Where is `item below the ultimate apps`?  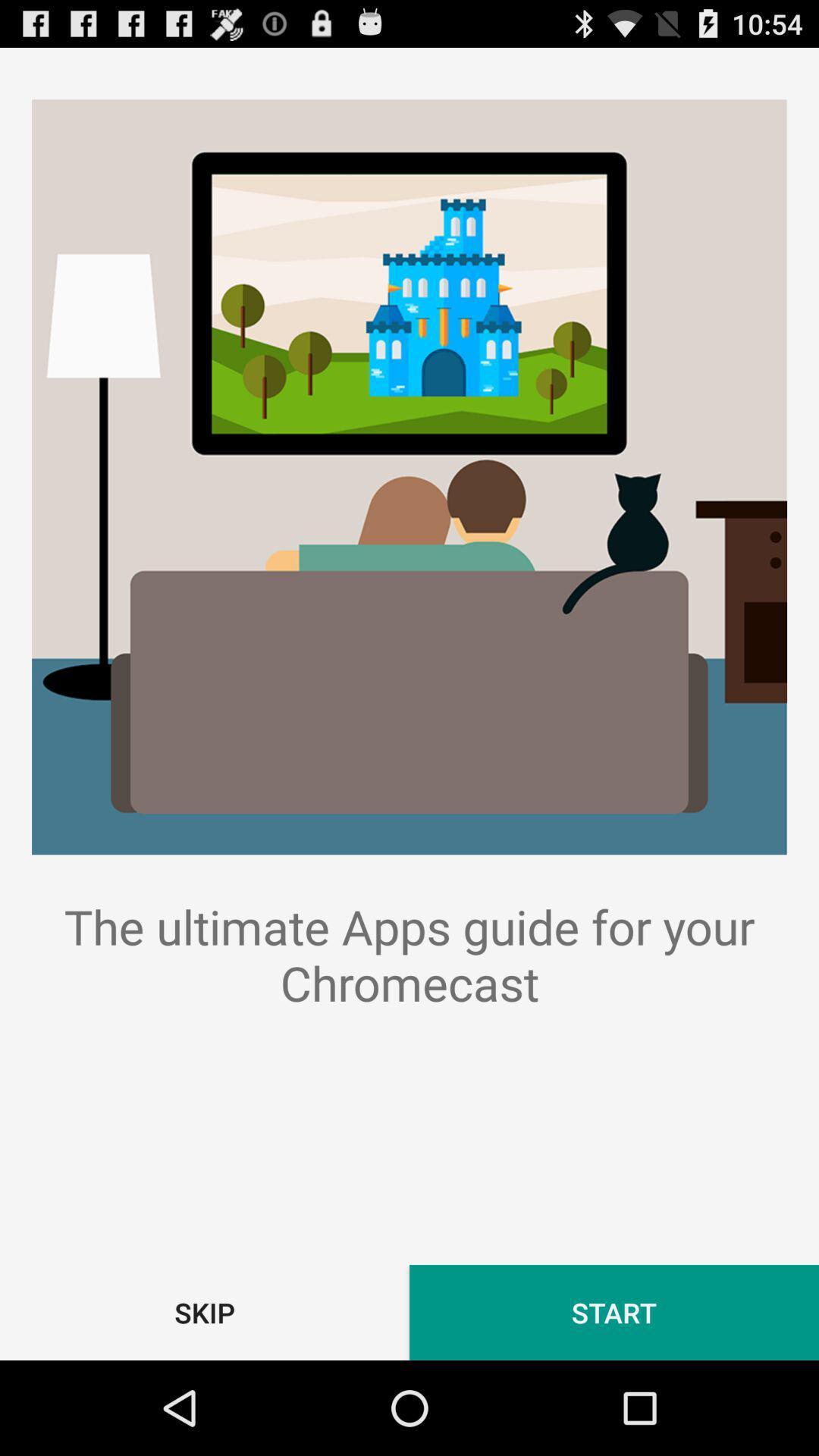 item below the ultimate apps is located at coordinates (205, 1312).